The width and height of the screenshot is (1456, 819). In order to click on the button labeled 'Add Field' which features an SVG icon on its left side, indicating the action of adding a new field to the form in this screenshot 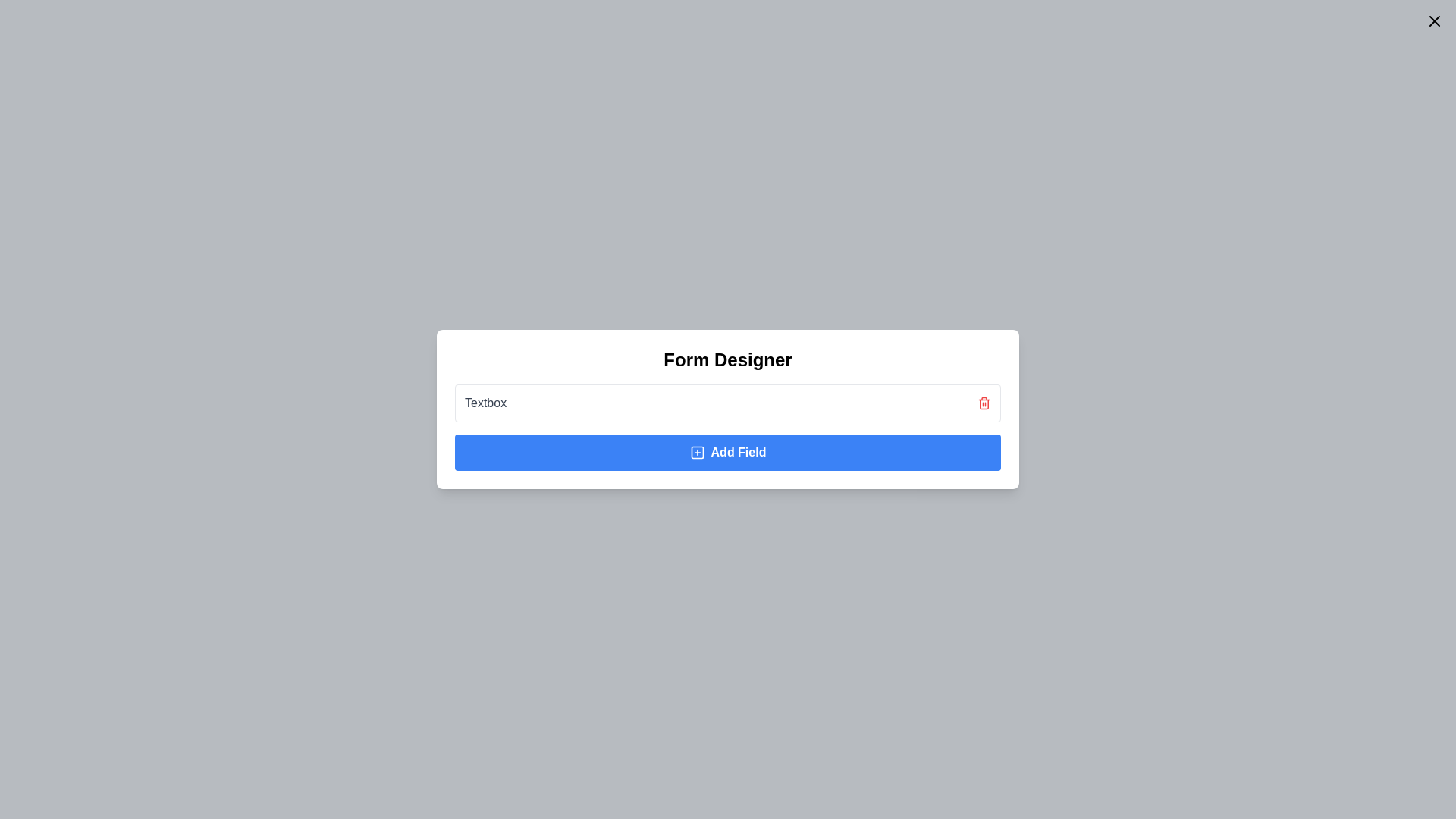, I will do `click(696, 452)`.